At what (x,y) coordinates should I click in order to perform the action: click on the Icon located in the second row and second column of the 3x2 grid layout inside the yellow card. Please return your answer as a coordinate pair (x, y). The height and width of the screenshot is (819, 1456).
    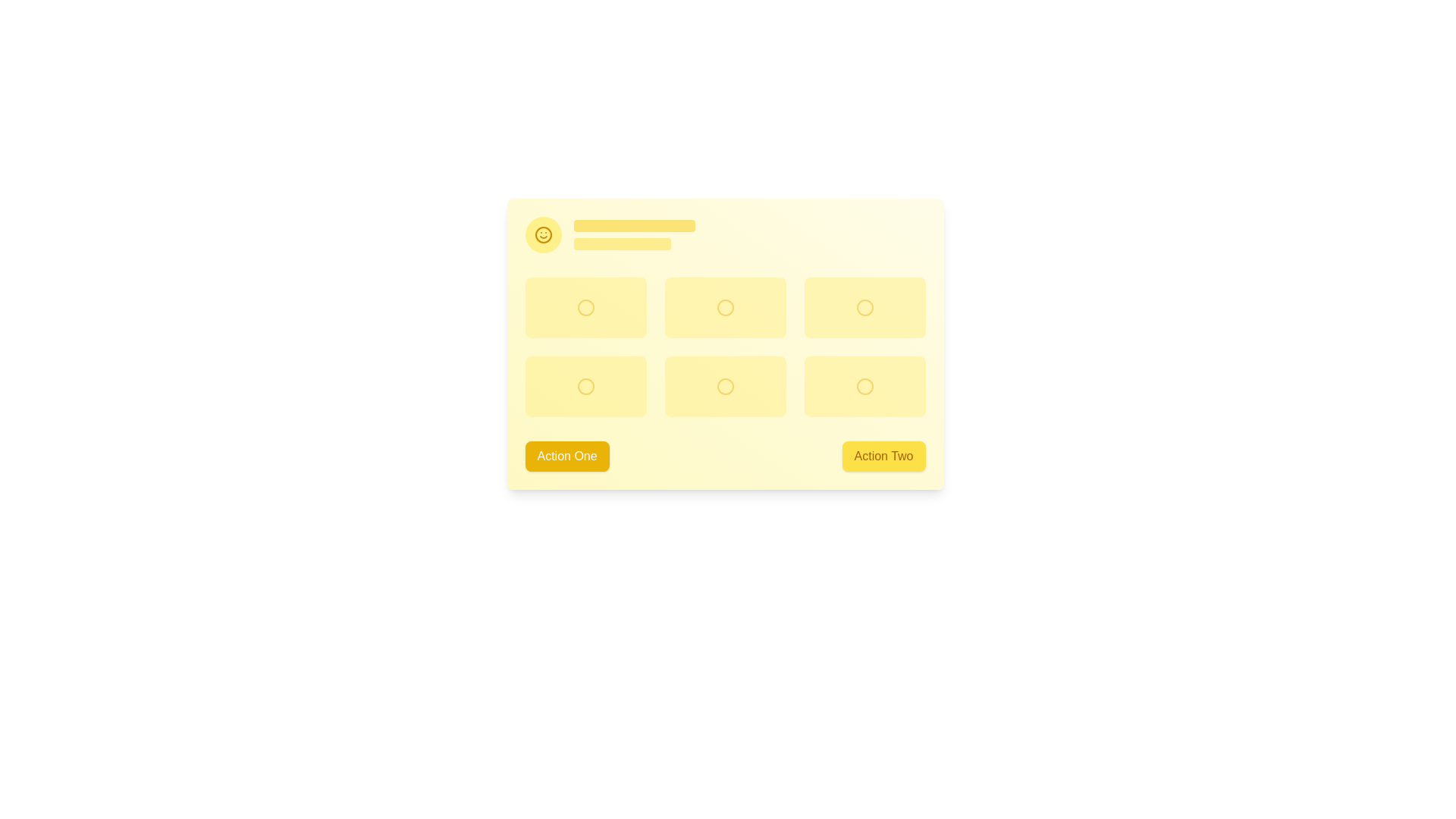
    Looking at the image, I should click on (724, 385).